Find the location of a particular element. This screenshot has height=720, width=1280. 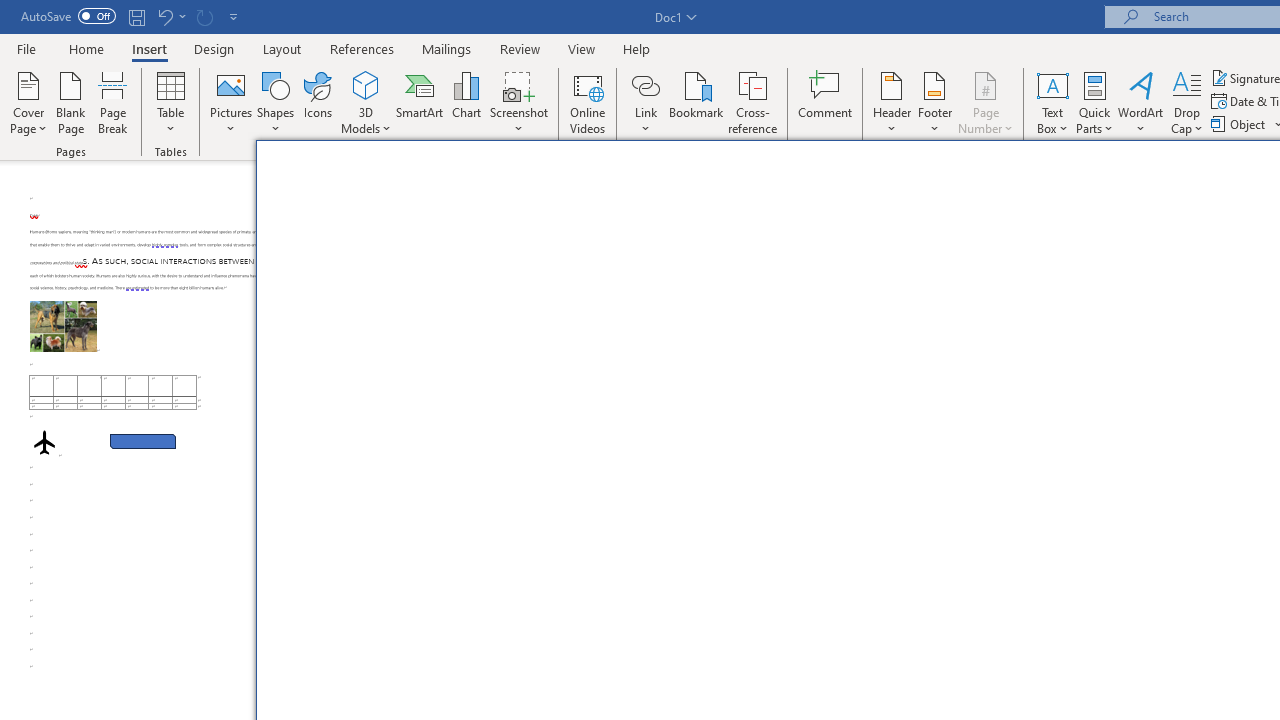

'Airplane with solid fill' is located at coordinates (44, 441).